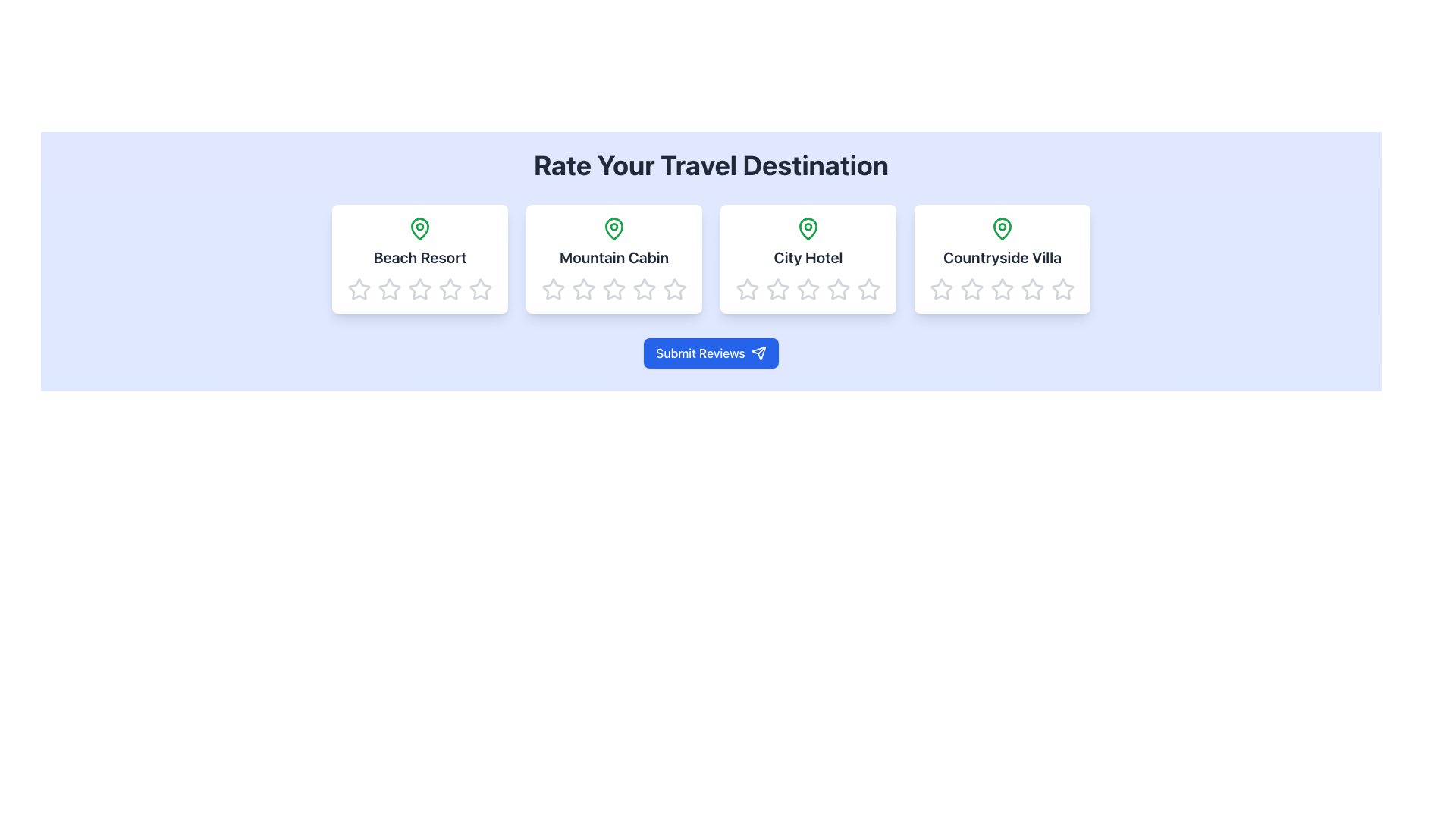  I want to click on the second rating star icon in the rating row of the 'Mountain Cabin' card, so click(614, 289).